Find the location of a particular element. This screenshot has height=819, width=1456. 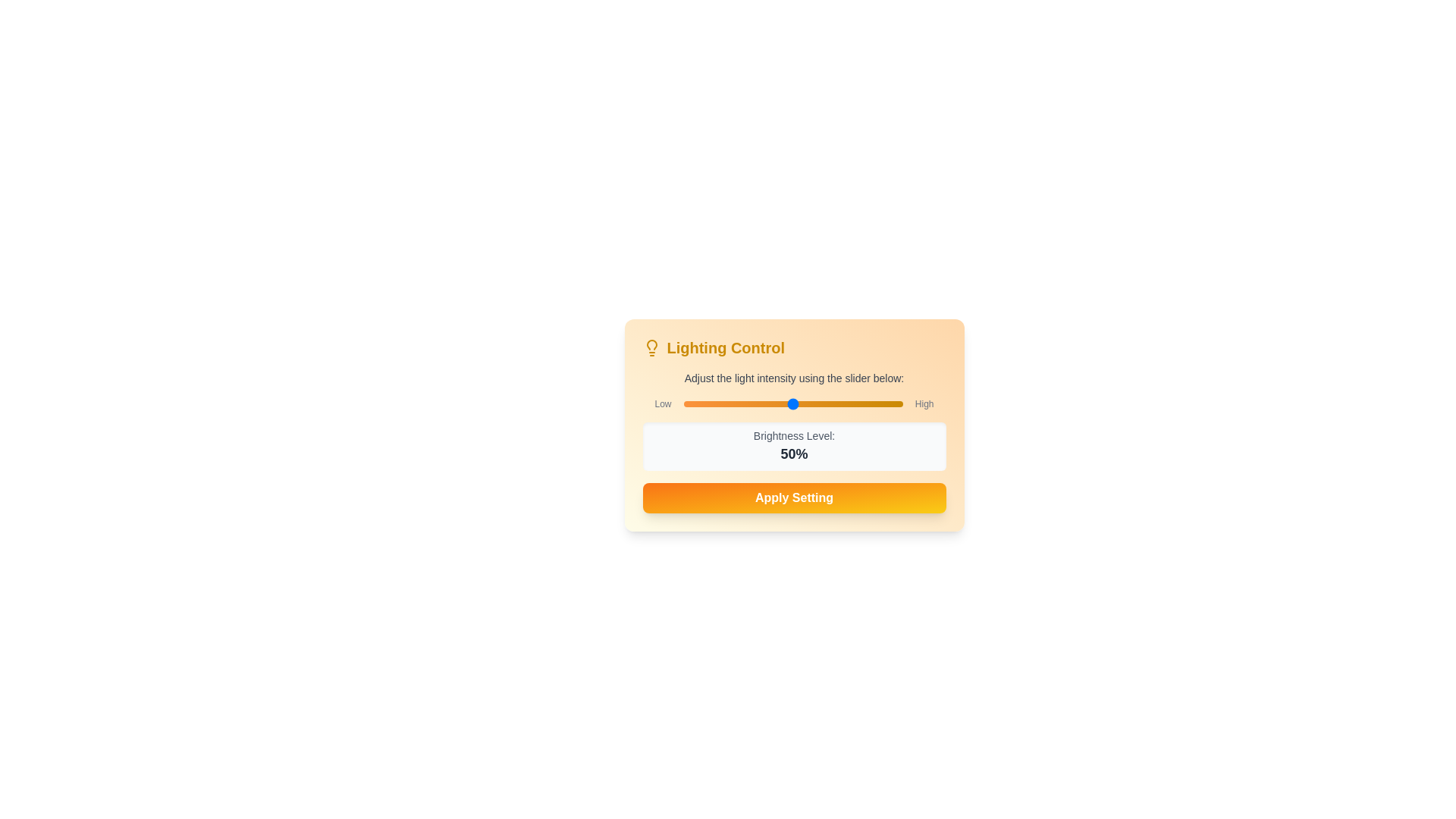

brightness is located at coordinates (685, 403).